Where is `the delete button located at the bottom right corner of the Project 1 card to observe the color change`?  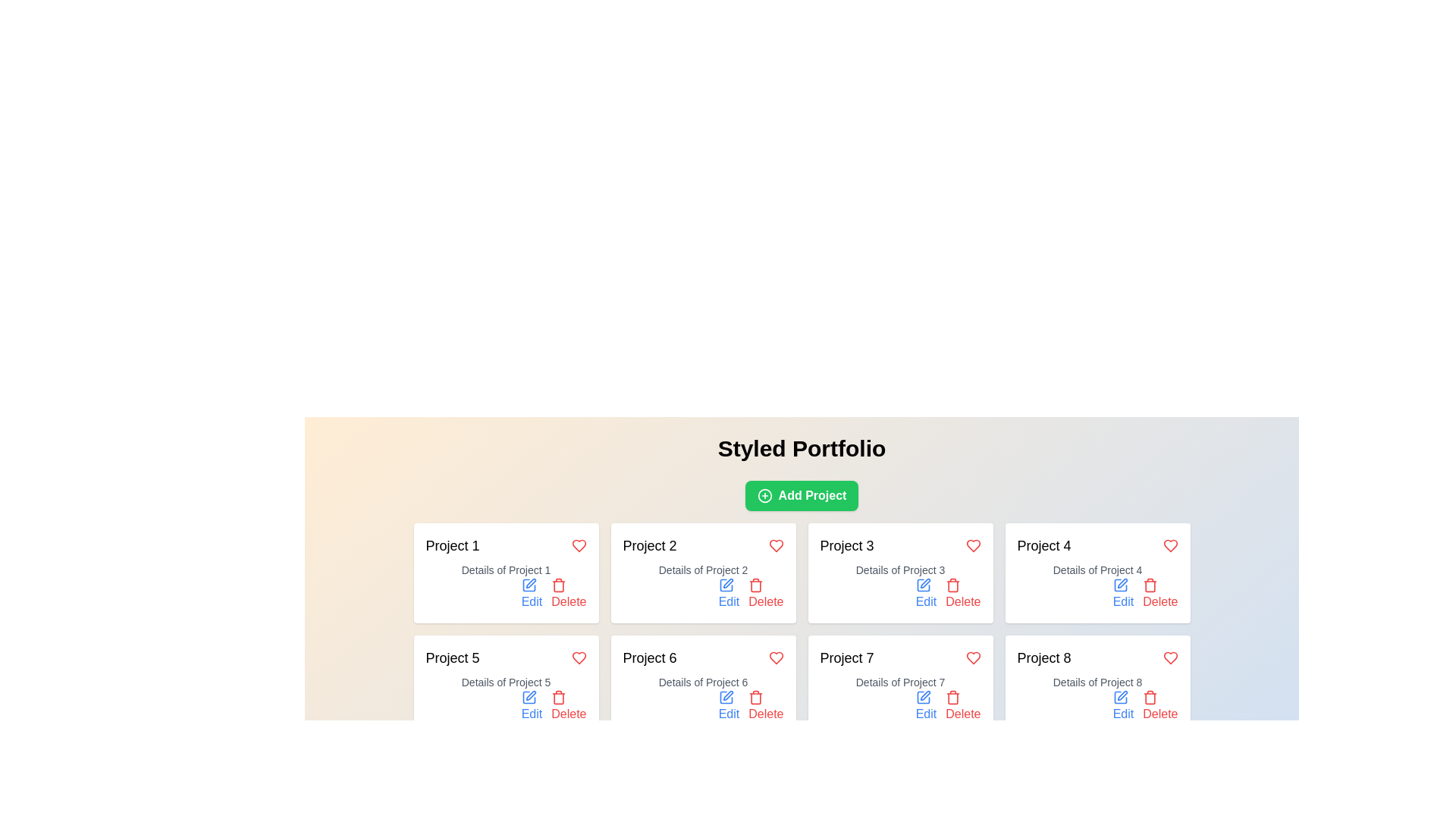
the delete button located at the bottom right corner of the Project 1 card to observe the color change is located at coordinates (568, 593).